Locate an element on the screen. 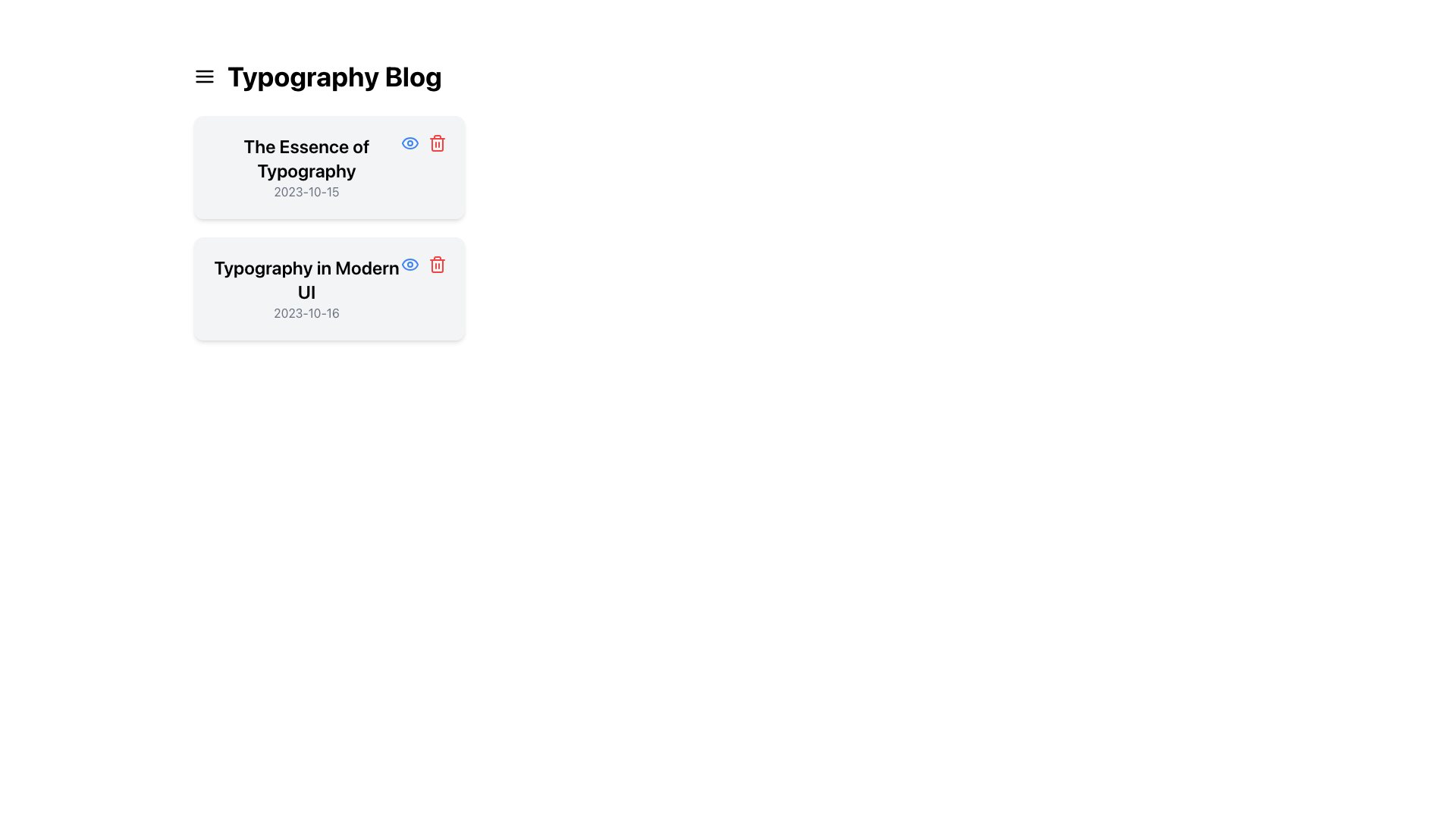 The image size is (1456, 819). the date text label '2023-10-16' located beneath the title 'Typography in Modern UI', which is styled in gray and centrally aligned within its card component is located at coordinates (306, 312).